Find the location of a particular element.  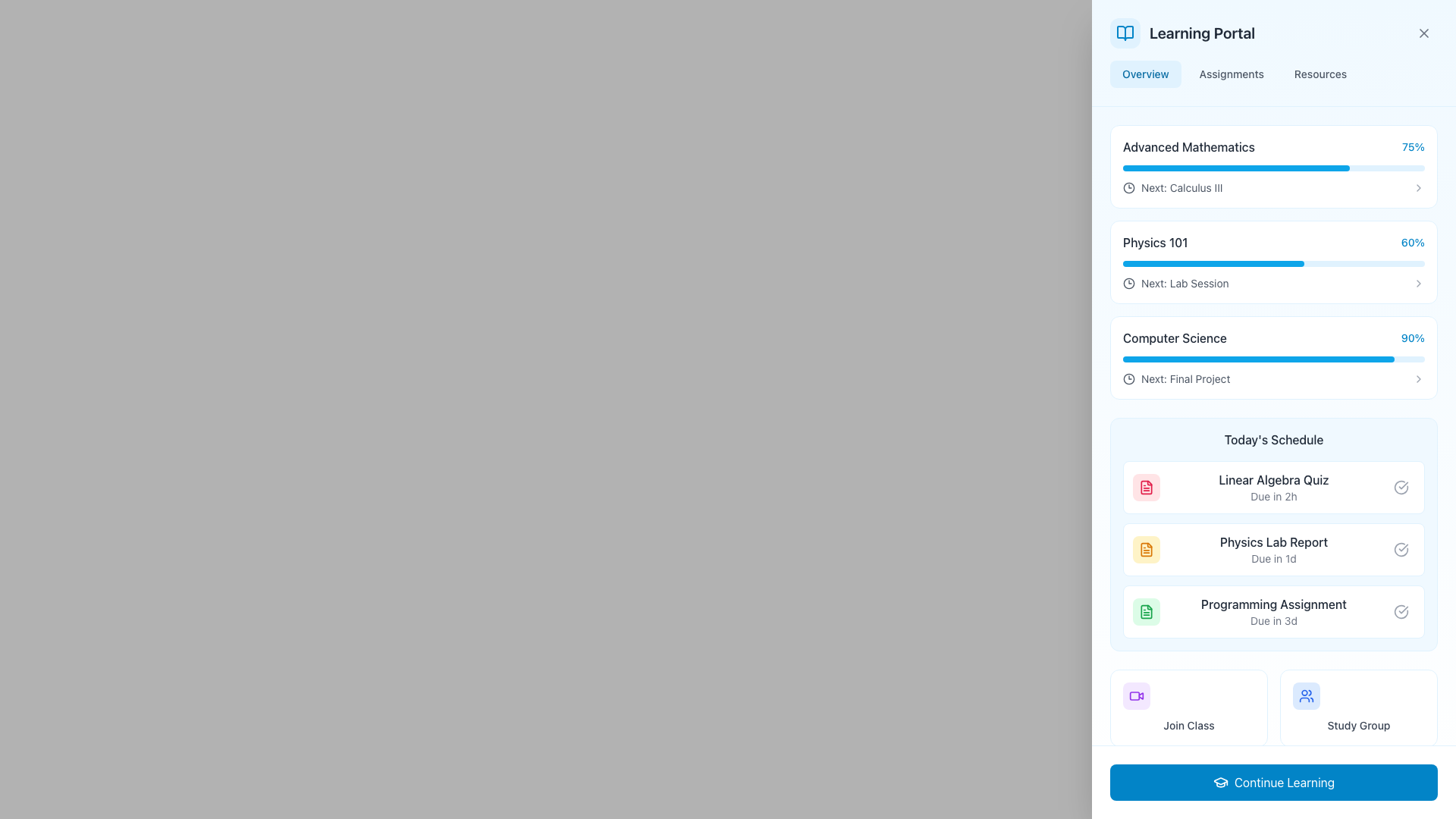

the decorative vector graphic icon representing 'book' or 'learning' located within the 'Continue Learning' button is located at coordinates (1306, 785).